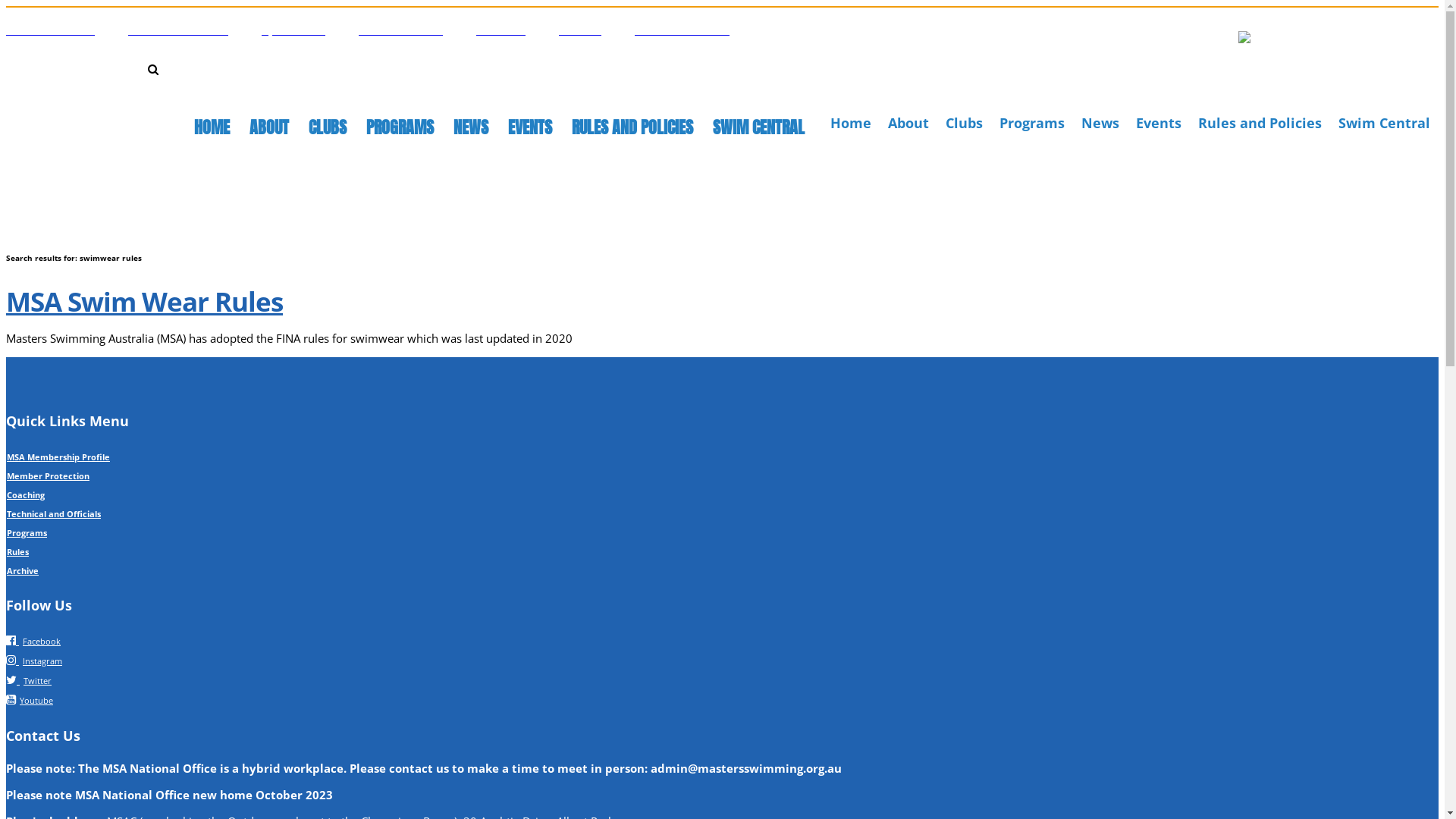 Image resolution: width=1456 pixels, height=819 pixels. Describe the element at coordinates (54, 513) in the screenshot. I see `'Technical and Officials'` at that location.